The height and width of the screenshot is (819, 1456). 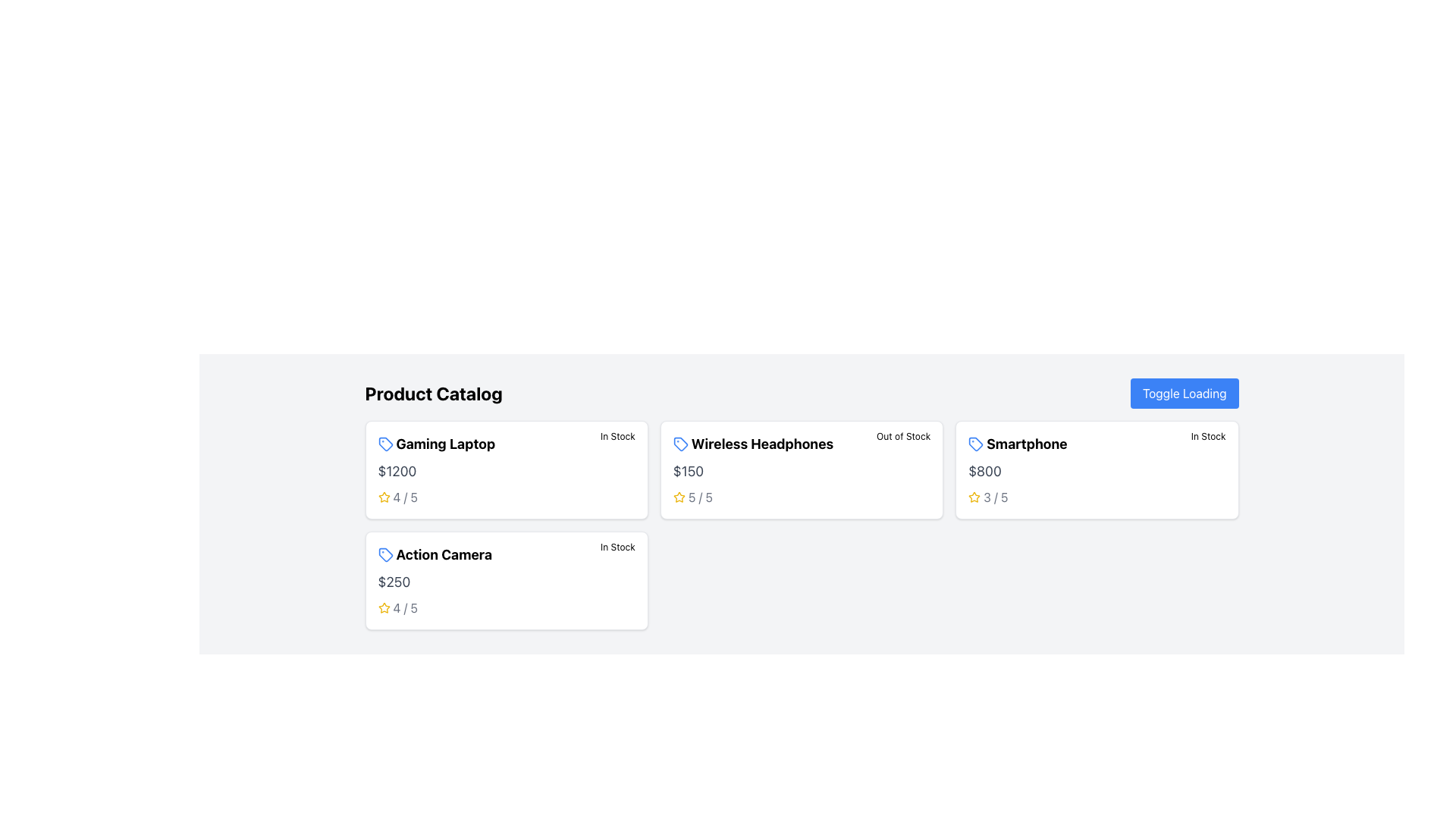 I want to click on the gray text label displaying the price '$800' for the 'Smartphone' product, located below the title and above the rating information in the product card, so click(x=985, y=470).